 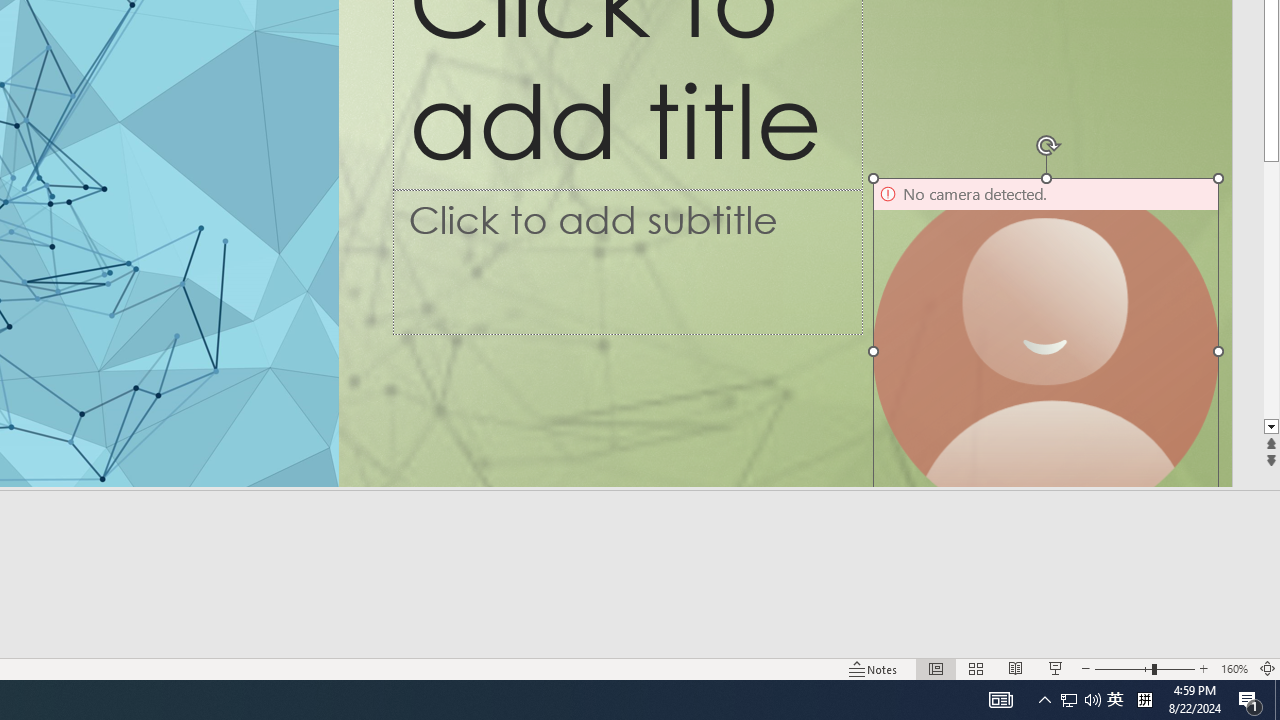 I want to click on 'Action Center, 1 new notification', so click(x=1250, y=698).